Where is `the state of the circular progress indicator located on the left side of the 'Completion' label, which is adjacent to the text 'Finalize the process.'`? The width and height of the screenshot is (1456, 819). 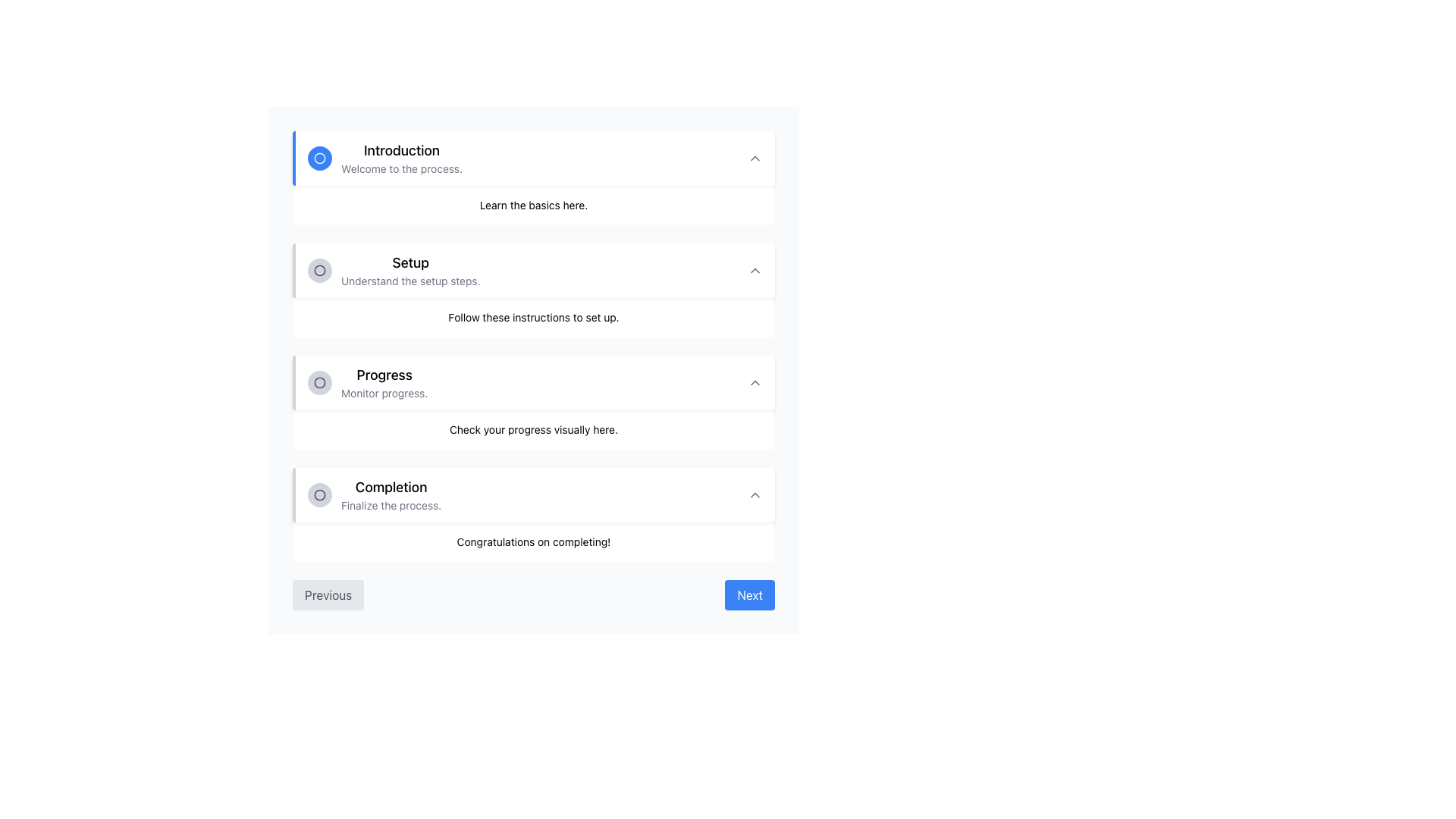 the state of the circular progress indicator located on the left side of the 'Completion' label, which is adjacent to the text 'Finalize the process.' is located at coordinates (319, 494).